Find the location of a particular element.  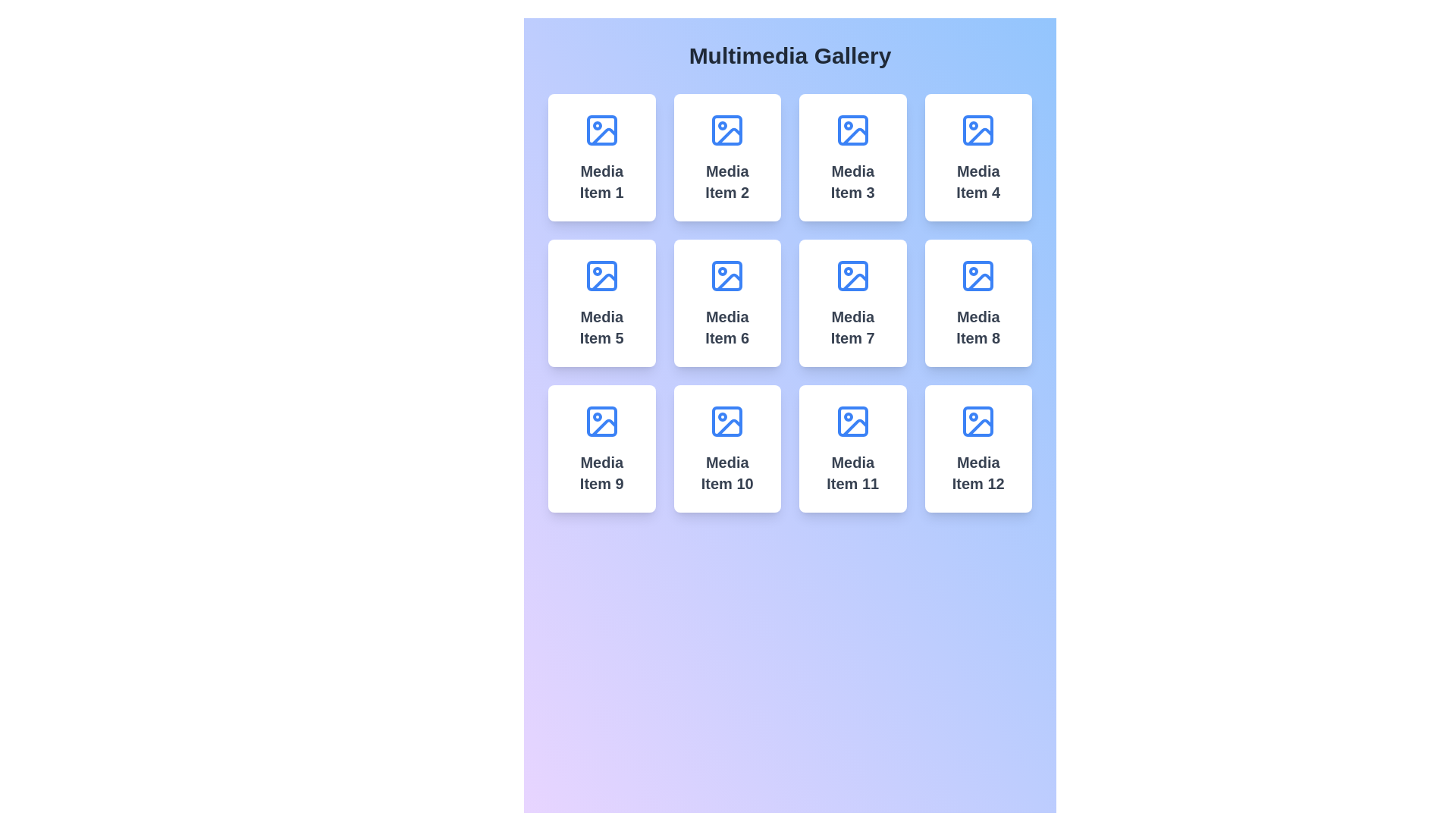

the decorative icon indicating media content within the card labeled 'Media Item 8', located in the third column, second row of the grid layout is located at coordinates (978, 275).